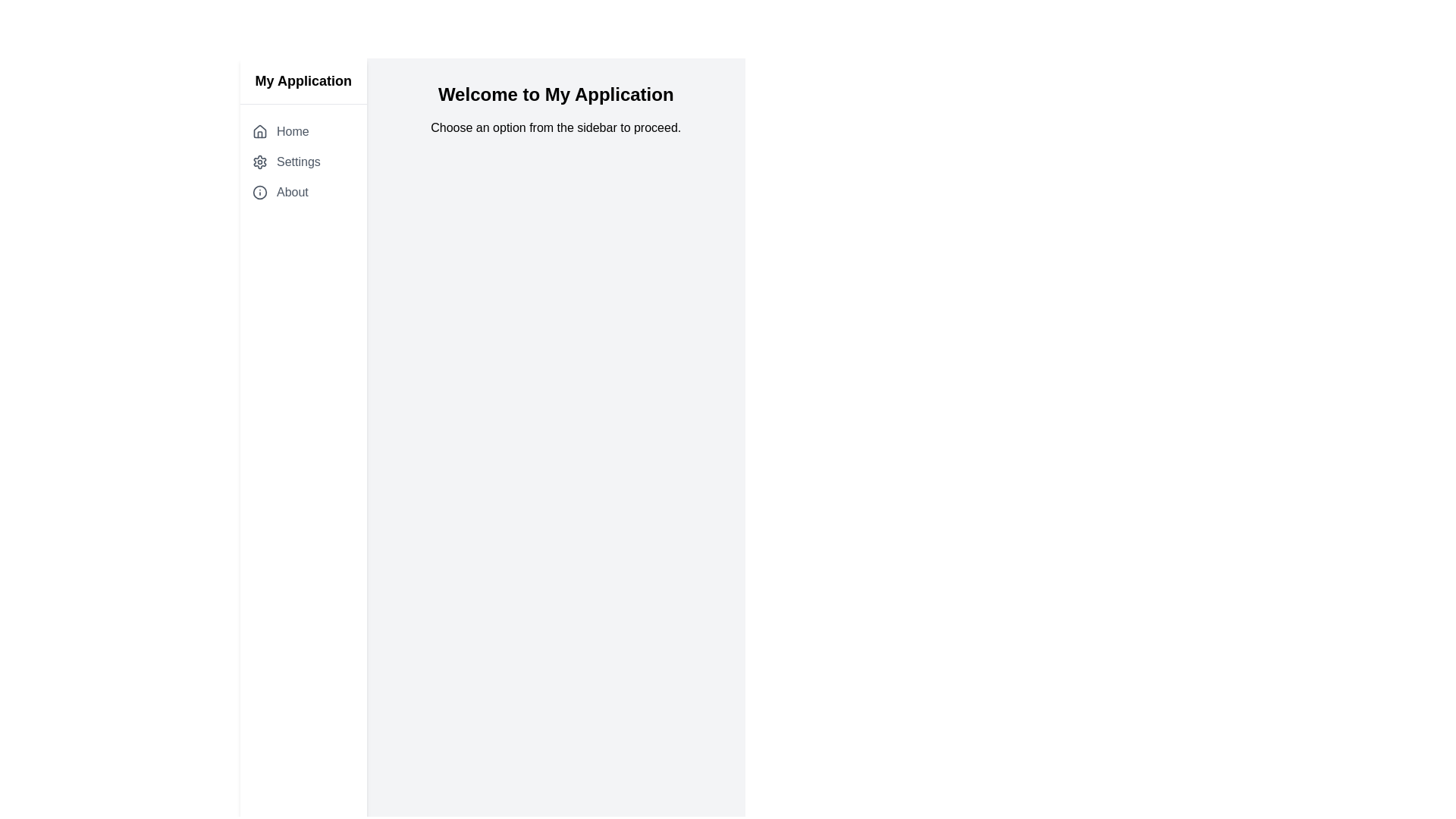 The width and height of the screenshot is (1456, 819). I want to click on the third navigation link in the vertically stacked menu on the left sidebar, so click(303, 192).